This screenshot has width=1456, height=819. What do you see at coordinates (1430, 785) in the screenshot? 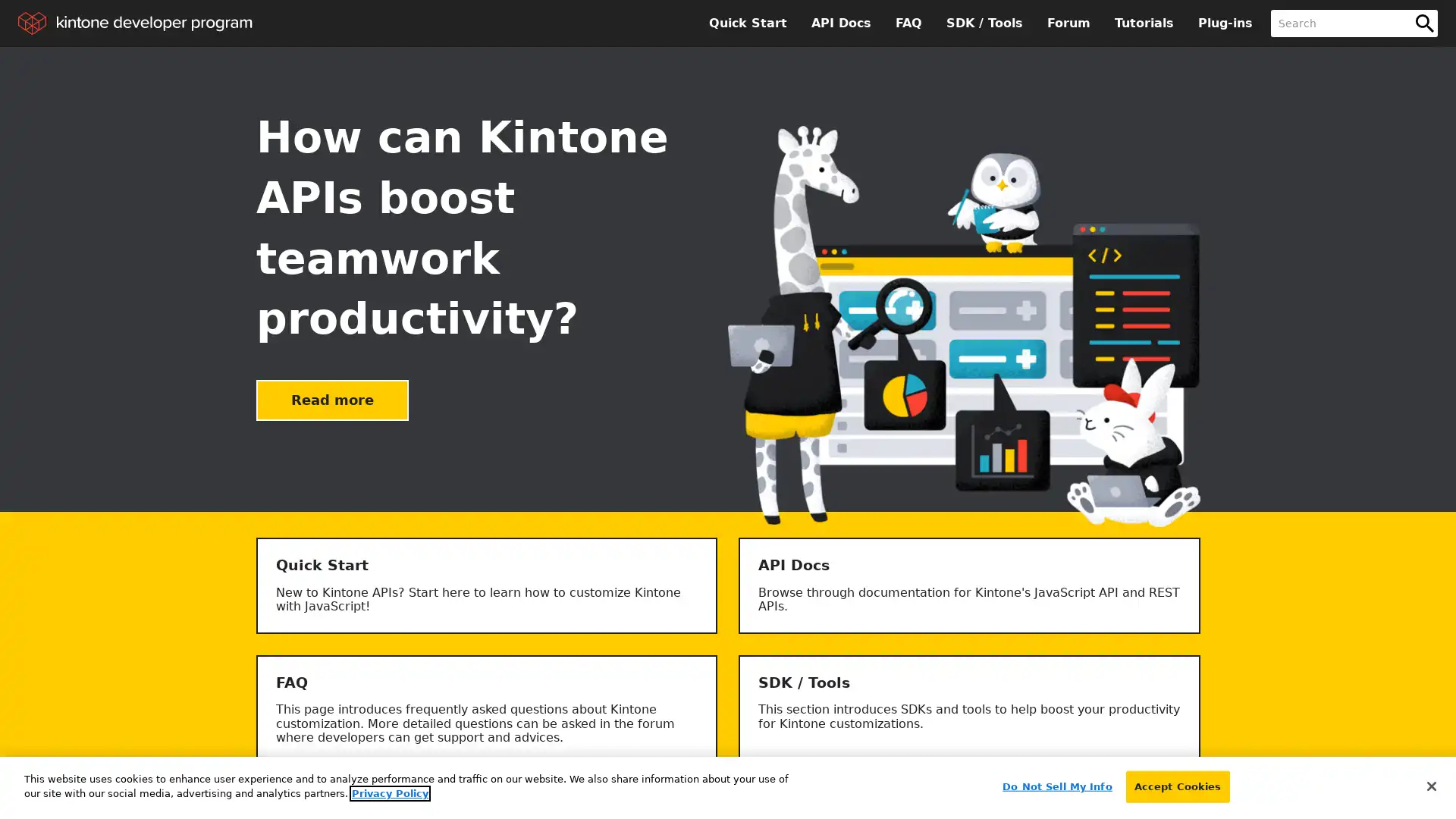
I see `Close` at bounding box center [1430, 785].